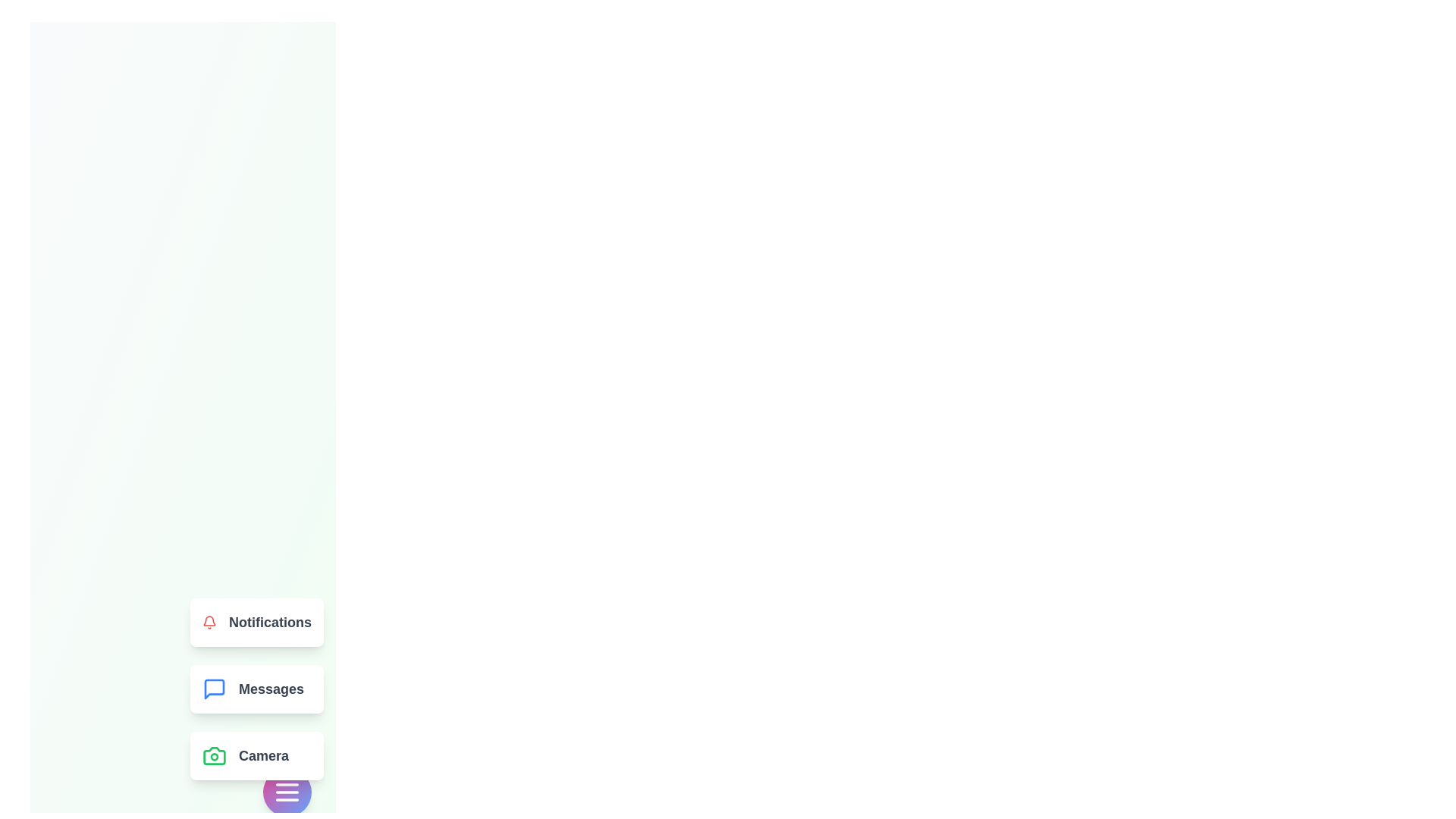 This screenshot has width=1456, height=819. What do you see at coordinates (257, 755) in the screenshot?
I see `the 'Camera' option in the menu` at bounding box center [257, 755].